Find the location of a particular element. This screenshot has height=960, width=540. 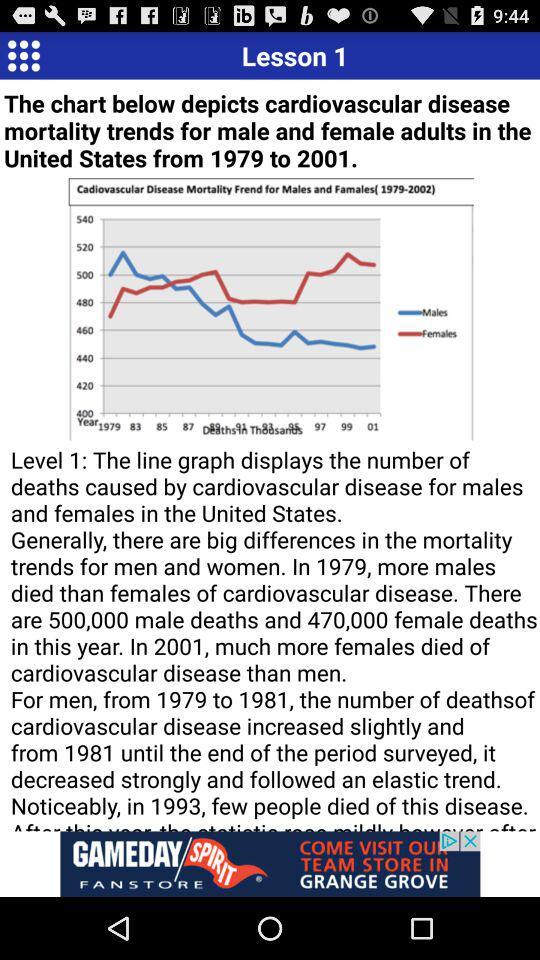

the dialpad icon is located at coordinates (22, 58).